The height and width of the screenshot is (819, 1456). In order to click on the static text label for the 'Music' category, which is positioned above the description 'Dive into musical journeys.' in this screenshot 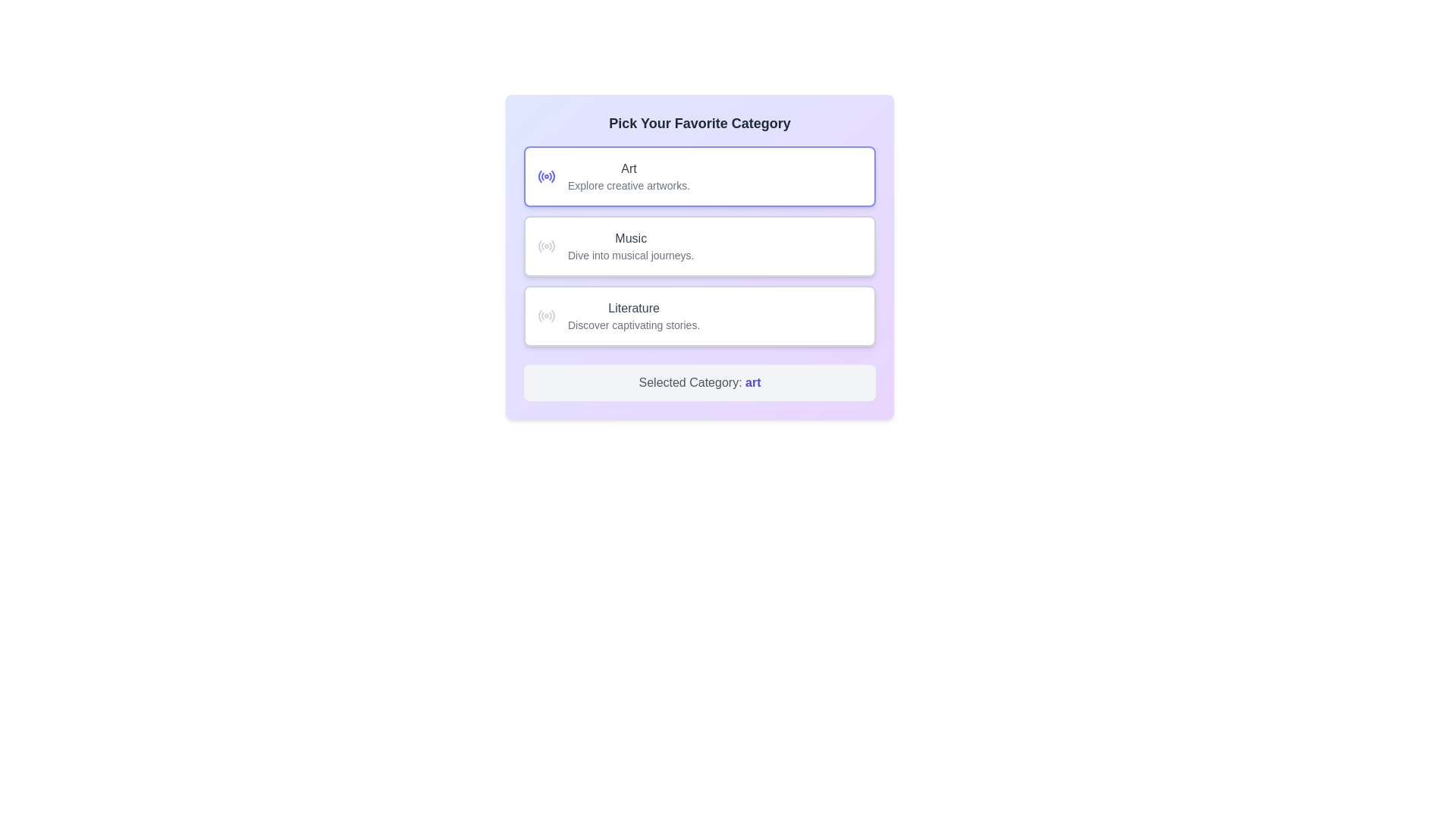, I will do `click(631, 239)`.